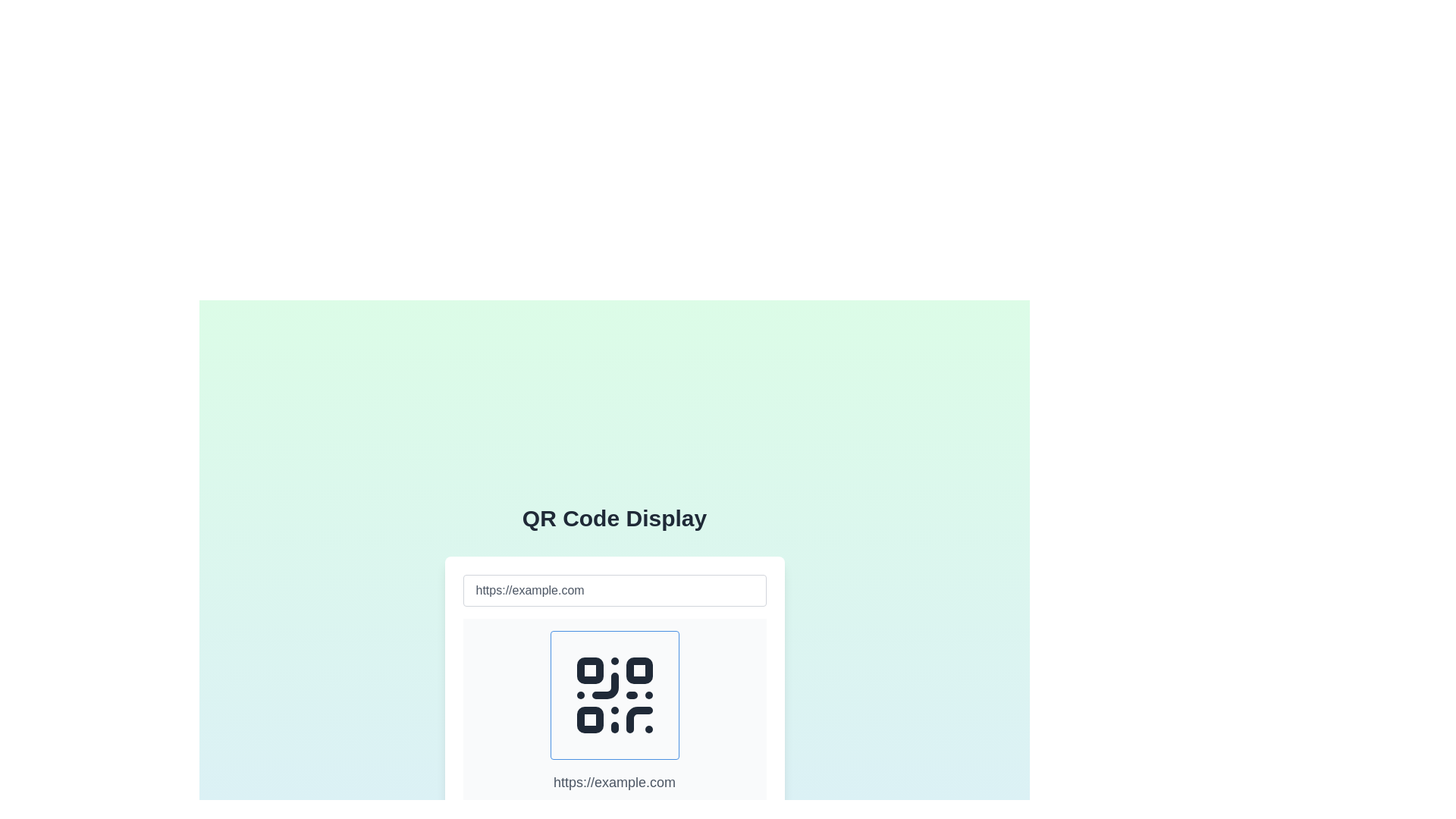 This screenshot has width=1456, height=819. What do you see at coordinates (588, 718) in the screenshot?
I see `the square block in the bottom-left quadrant of the QR code structure that contributes to the encoding of data` at bounding box center [588, 718].